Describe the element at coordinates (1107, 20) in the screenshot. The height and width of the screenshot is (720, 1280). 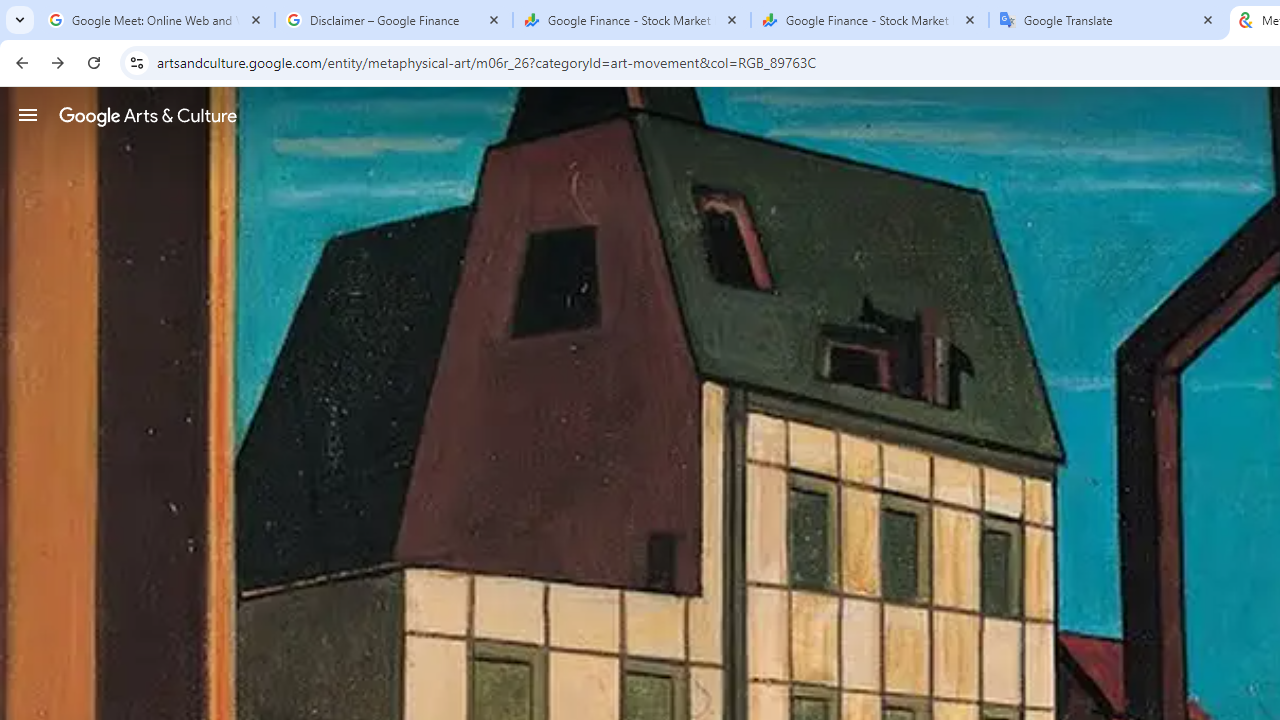
I see `'Google Translate'` at that location.